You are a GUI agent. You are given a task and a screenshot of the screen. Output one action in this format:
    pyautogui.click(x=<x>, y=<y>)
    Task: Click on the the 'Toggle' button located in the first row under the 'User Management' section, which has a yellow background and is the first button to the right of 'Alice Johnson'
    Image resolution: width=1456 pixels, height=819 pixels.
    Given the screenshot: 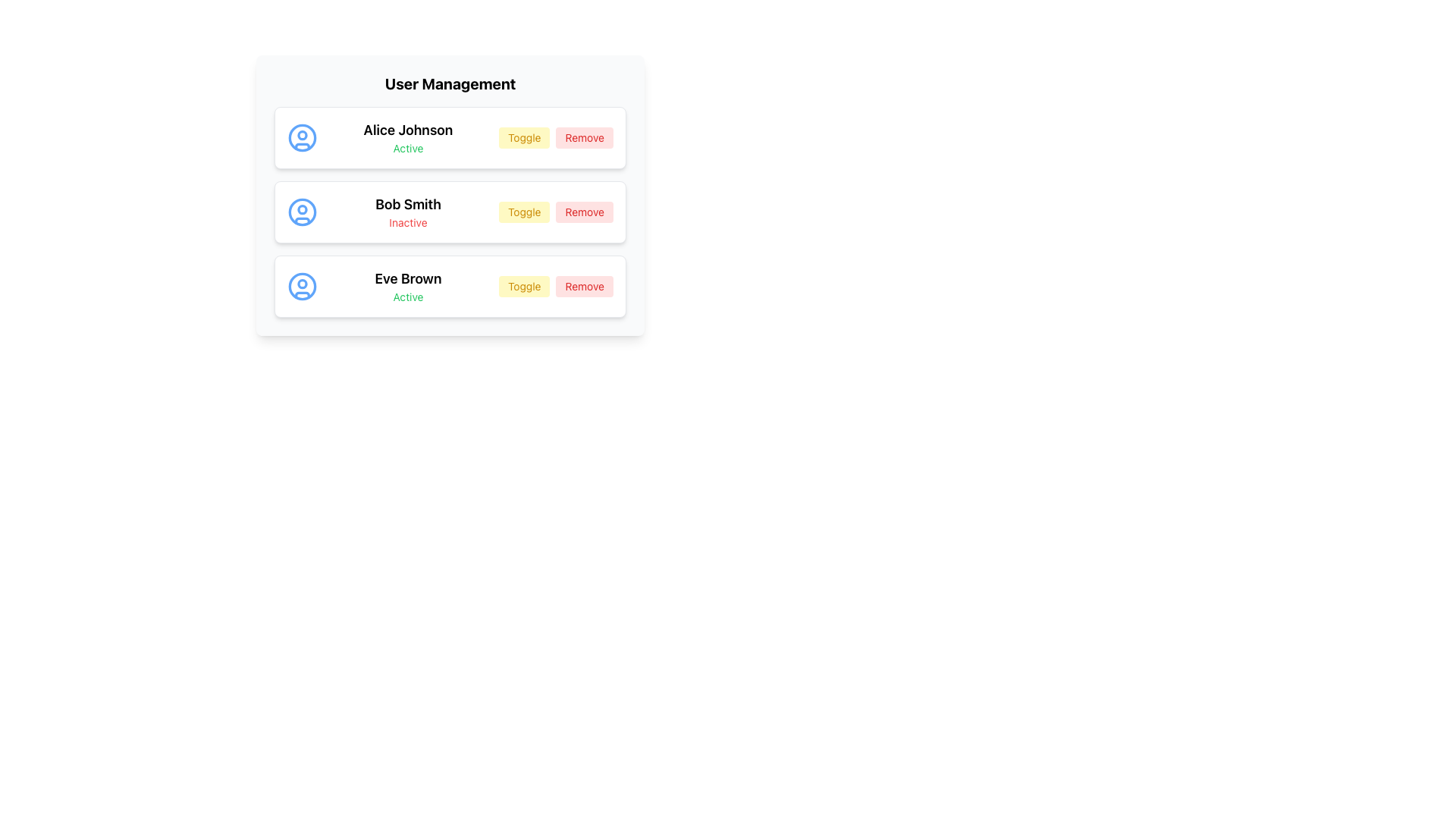 What is the action you would take?
    pyautogui.click(x=524, y=137)
    